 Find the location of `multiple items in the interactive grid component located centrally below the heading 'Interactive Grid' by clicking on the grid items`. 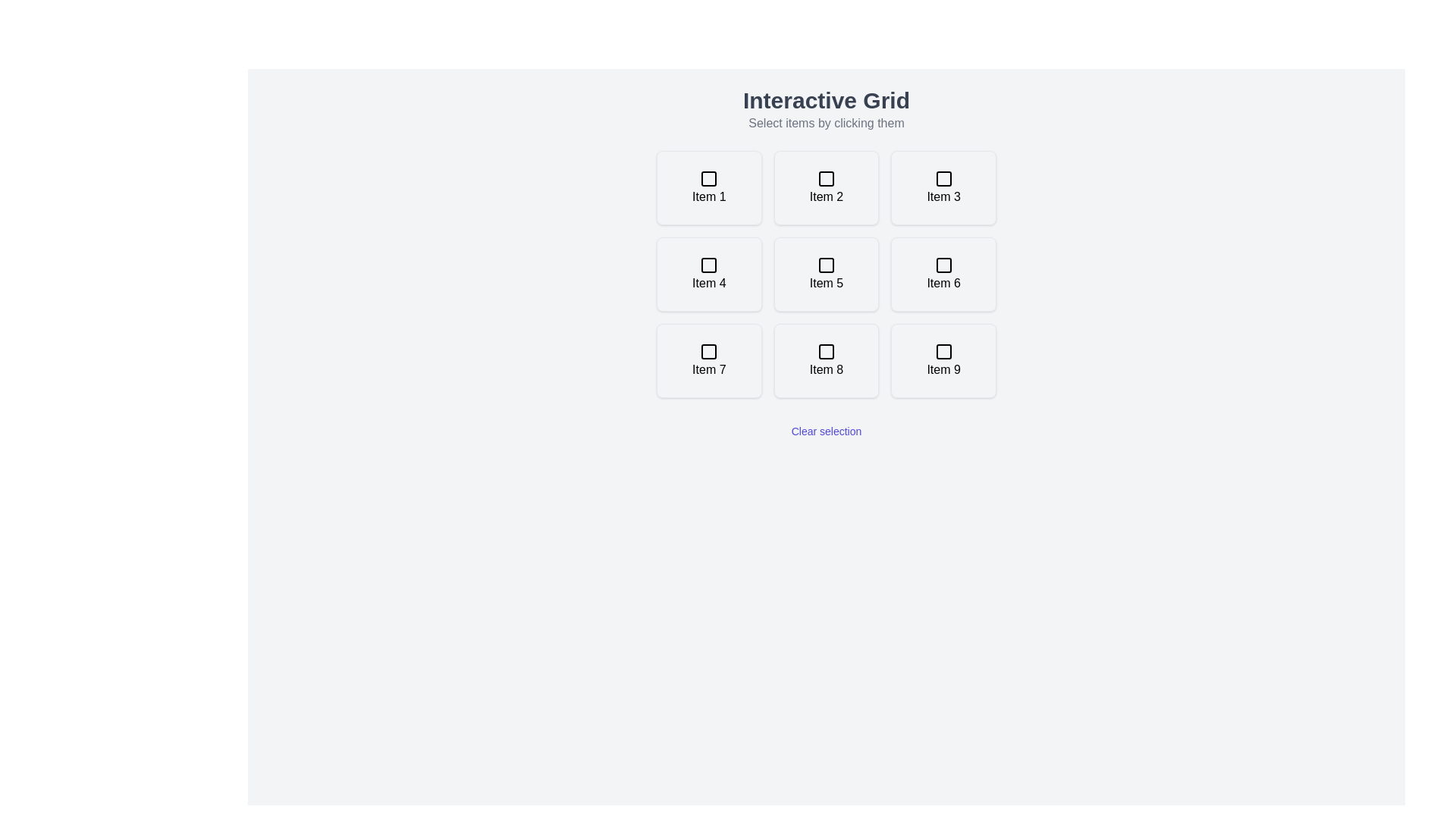

multiple items in the interactive grid component located centrally below the heading 'Interactive Grid' by clicking on the grid items is located at coordinates (825, 275).